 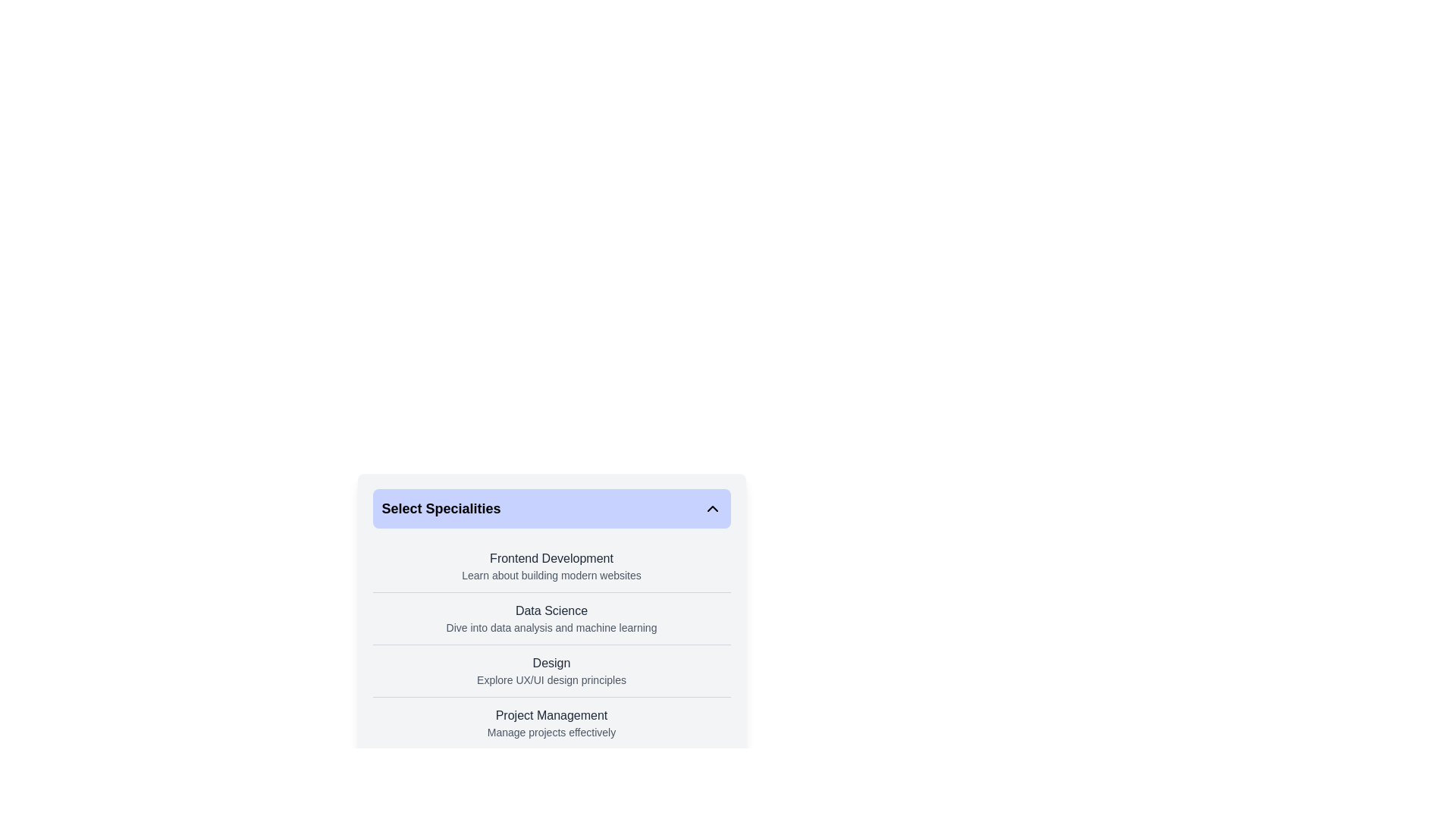 What do you see at coordinates (551, 619) in the screenshot?
I see `the 'Data Science' option in the selection menu` at bounding box center [551, 619].